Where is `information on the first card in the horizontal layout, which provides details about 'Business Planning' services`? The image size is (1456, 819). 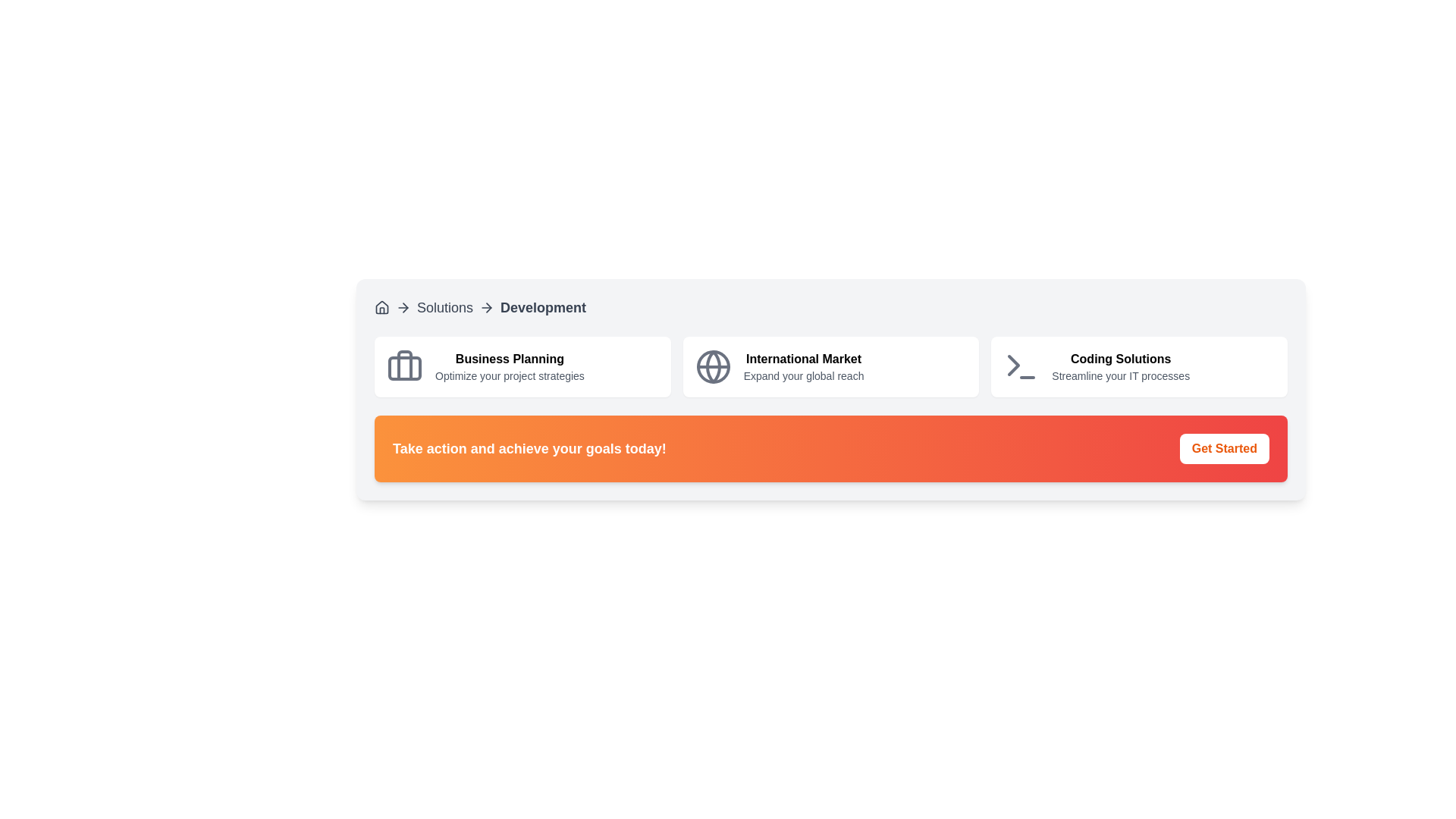 information on the first card in the horizontal layout, which provides details about 'Business Planning' services is located at coordinates (522, 366).